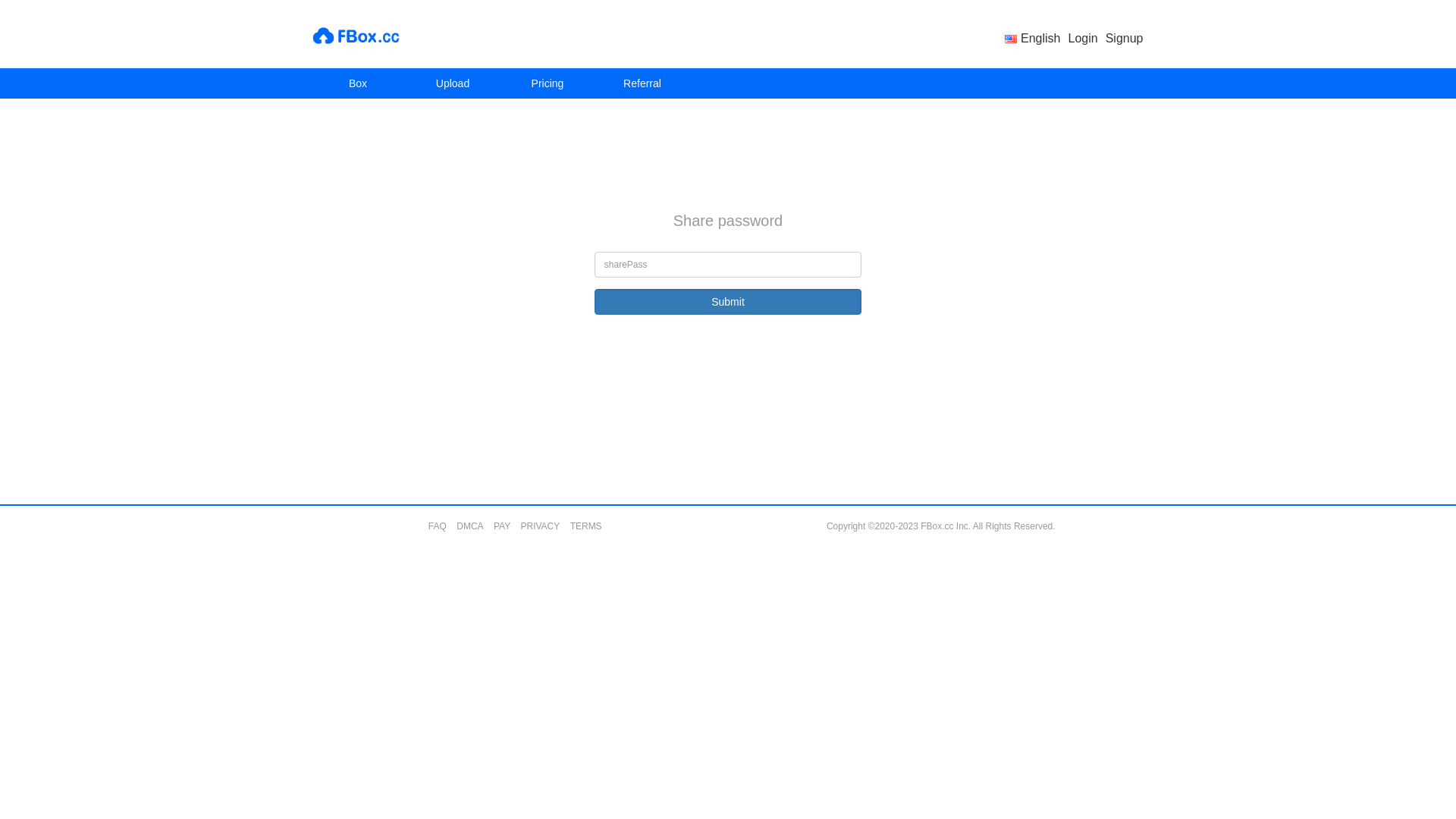  What do you see at coordinates (593, 83) in the screenshot?
I see `'Referral'` at bounding box center [593, 83].